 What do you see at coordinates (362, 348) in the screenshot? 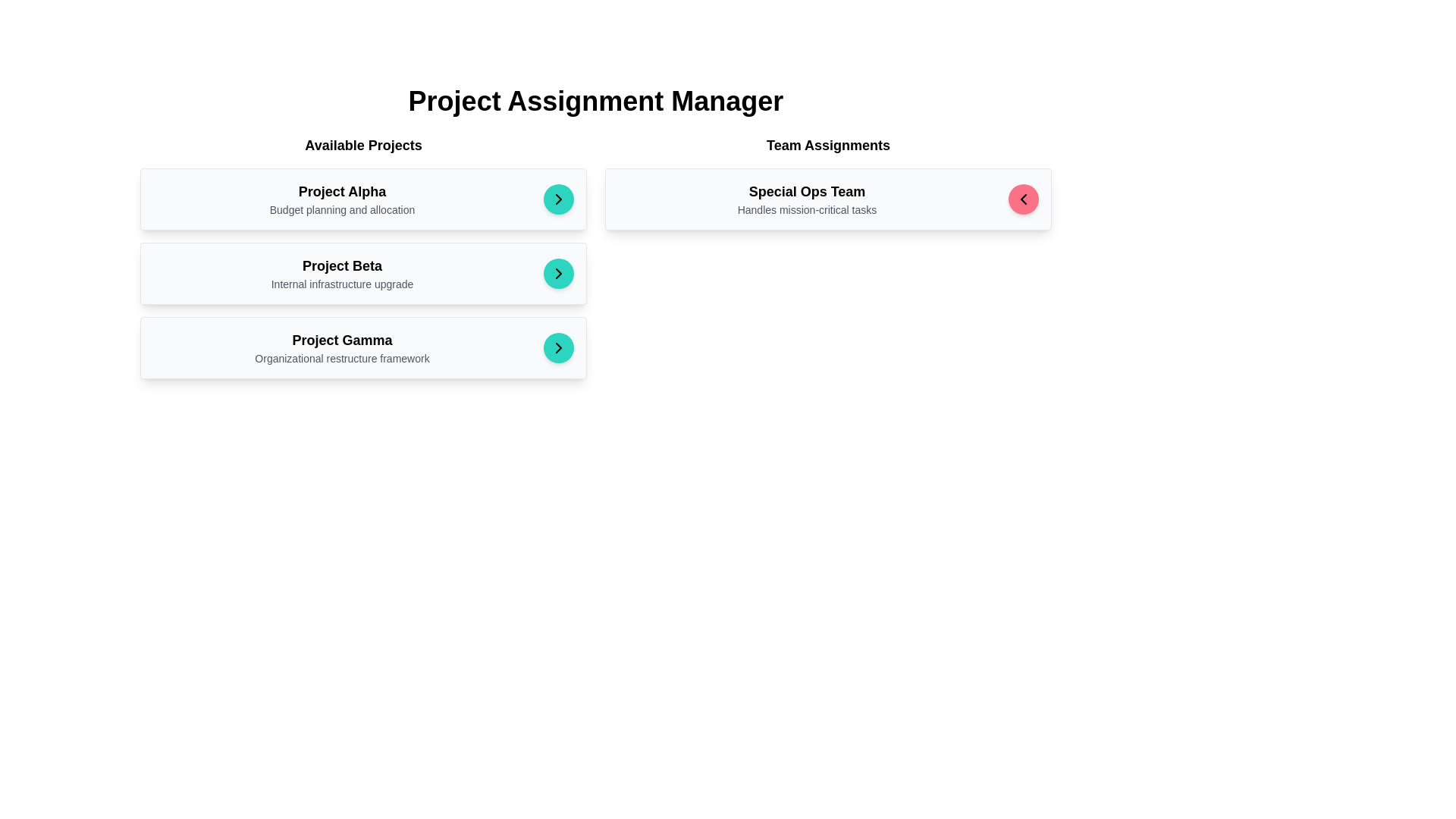
I see `the third project card in the 'Available Projects' section` at bounding box center [362, 348].